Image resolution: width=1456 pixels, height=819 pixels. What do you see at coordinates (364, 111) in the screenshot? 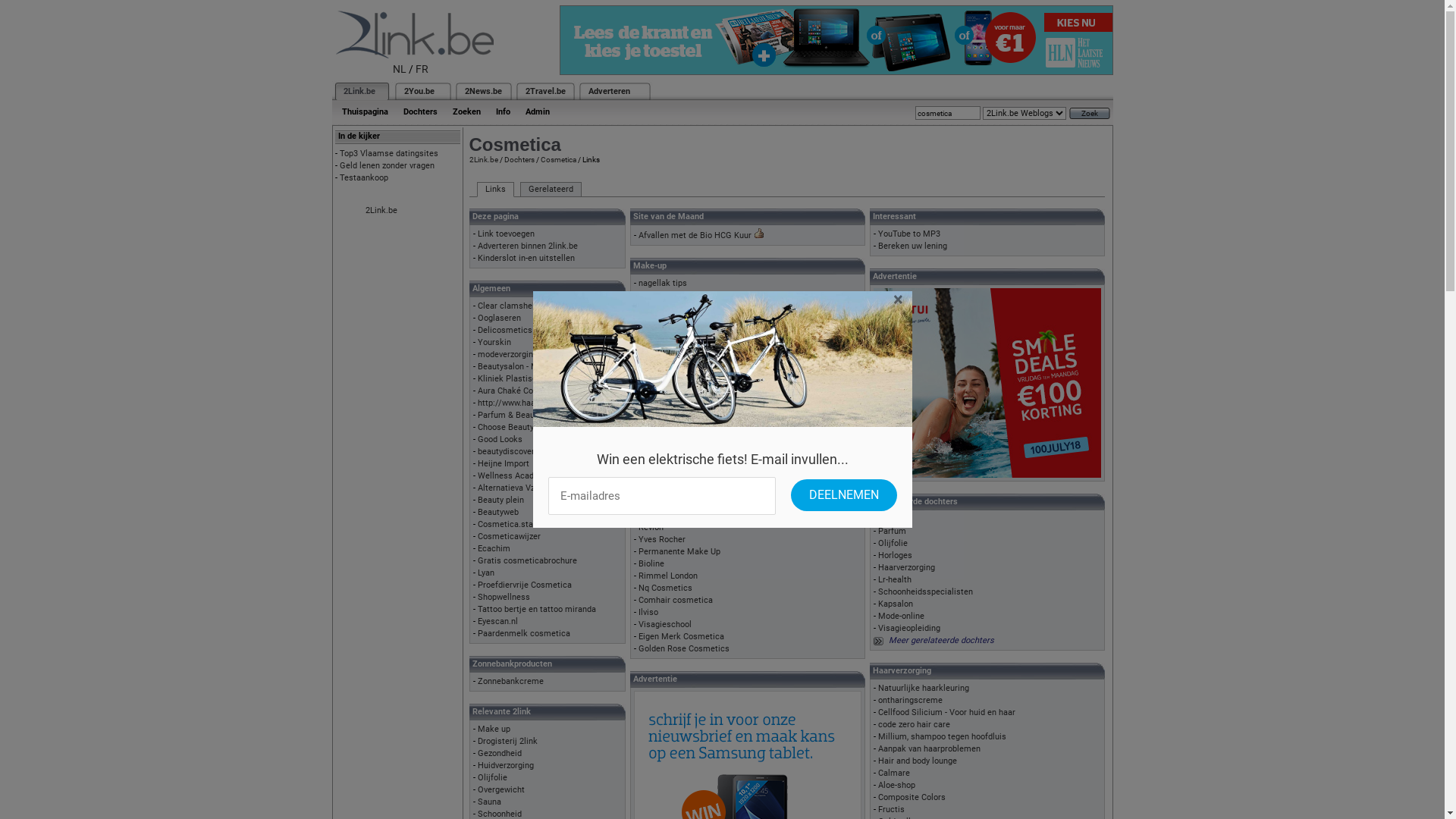
I see `'Thuispagina'` at bounding box center [364, 111].